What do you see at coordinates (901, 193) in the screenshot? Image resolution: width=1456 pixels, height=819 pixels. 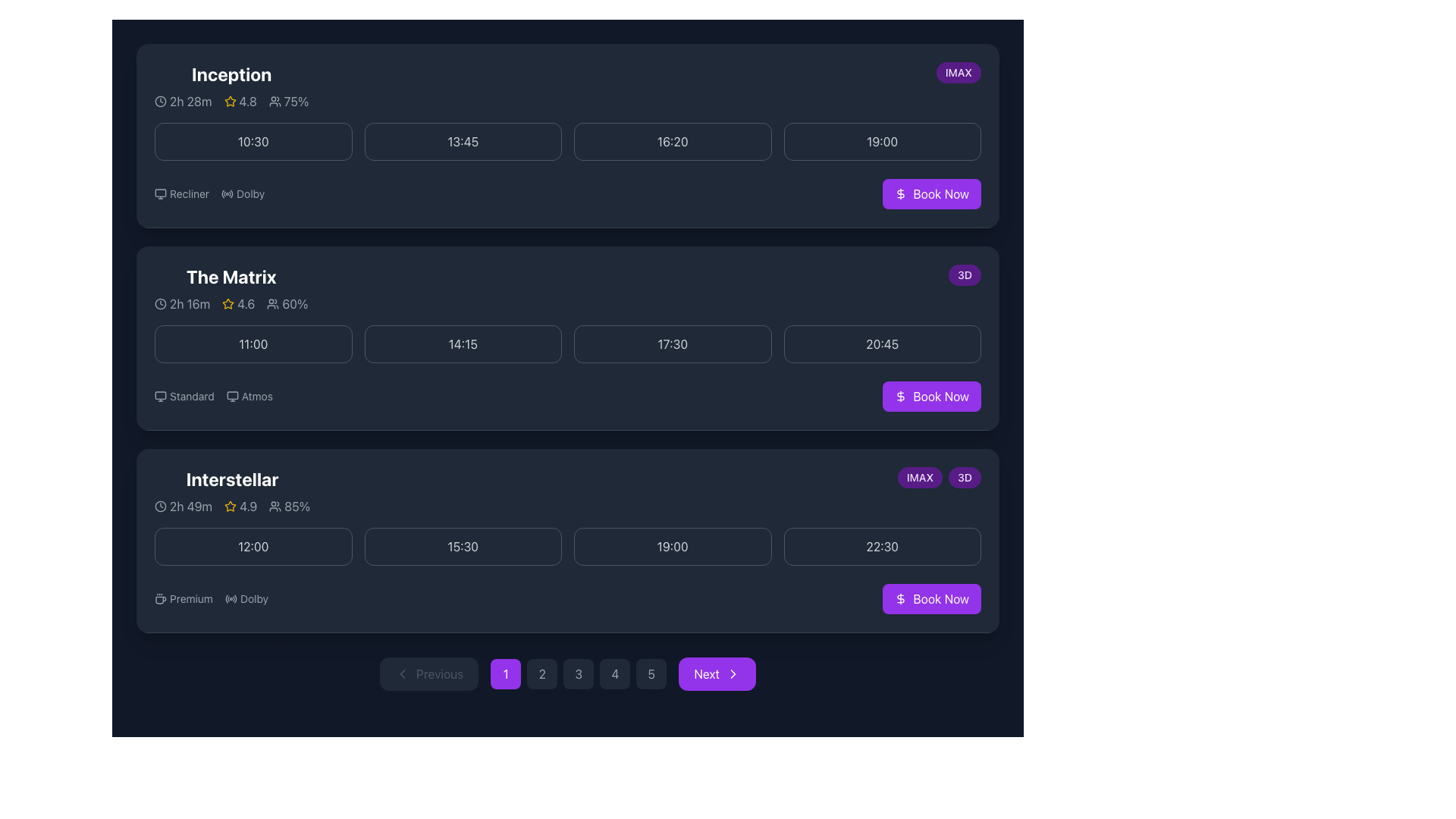 I see `the 'Book Now' button, which contains a financial SVG icon` at bounding box center [901, 193].